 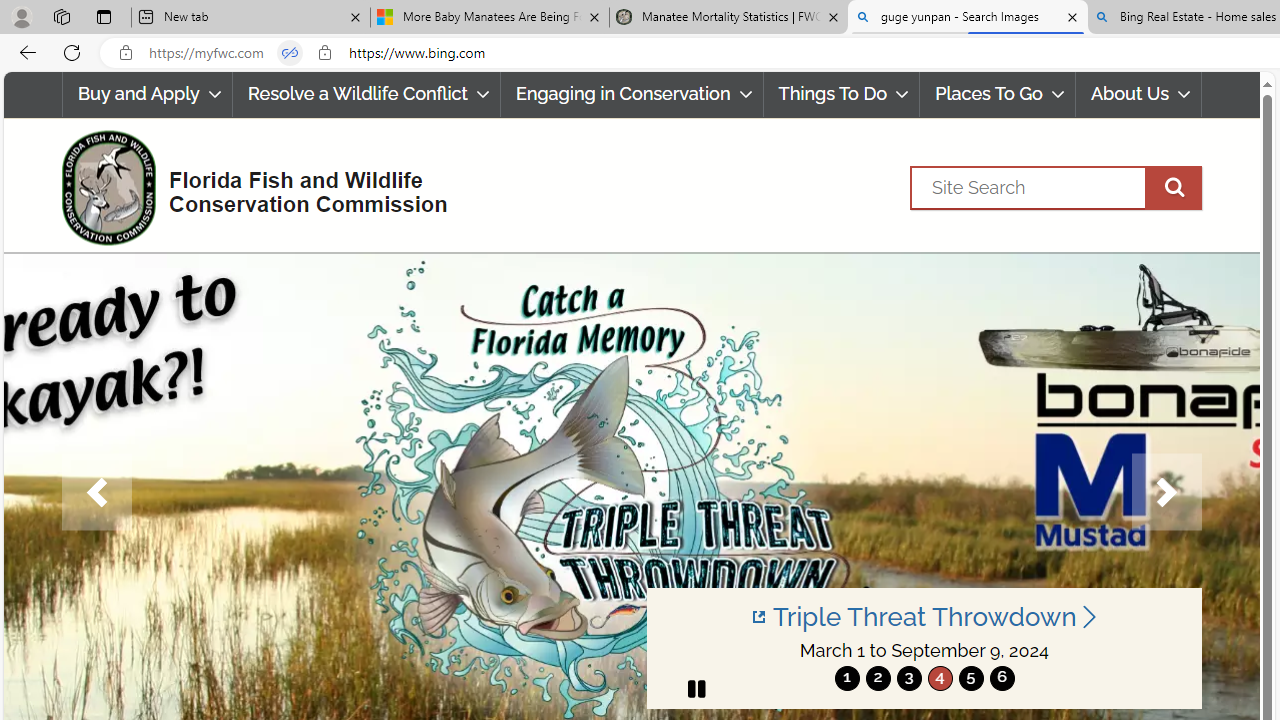 What do you see at coordinates (907, 677) in the screenshot?
I see `'3'` at bounding box center [907, 677].